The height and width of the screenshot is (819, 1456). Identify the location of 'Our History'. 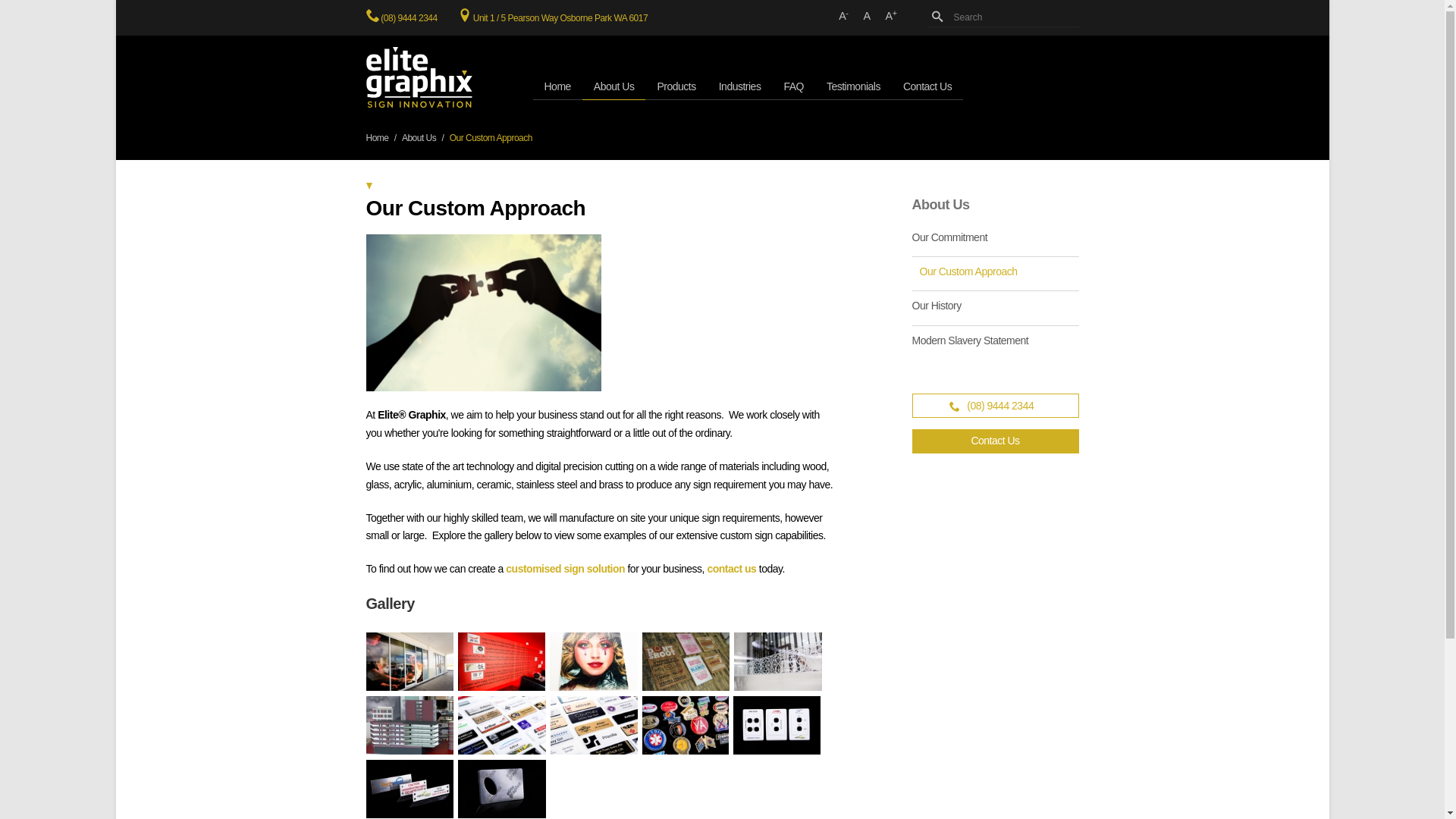
(910, 305).